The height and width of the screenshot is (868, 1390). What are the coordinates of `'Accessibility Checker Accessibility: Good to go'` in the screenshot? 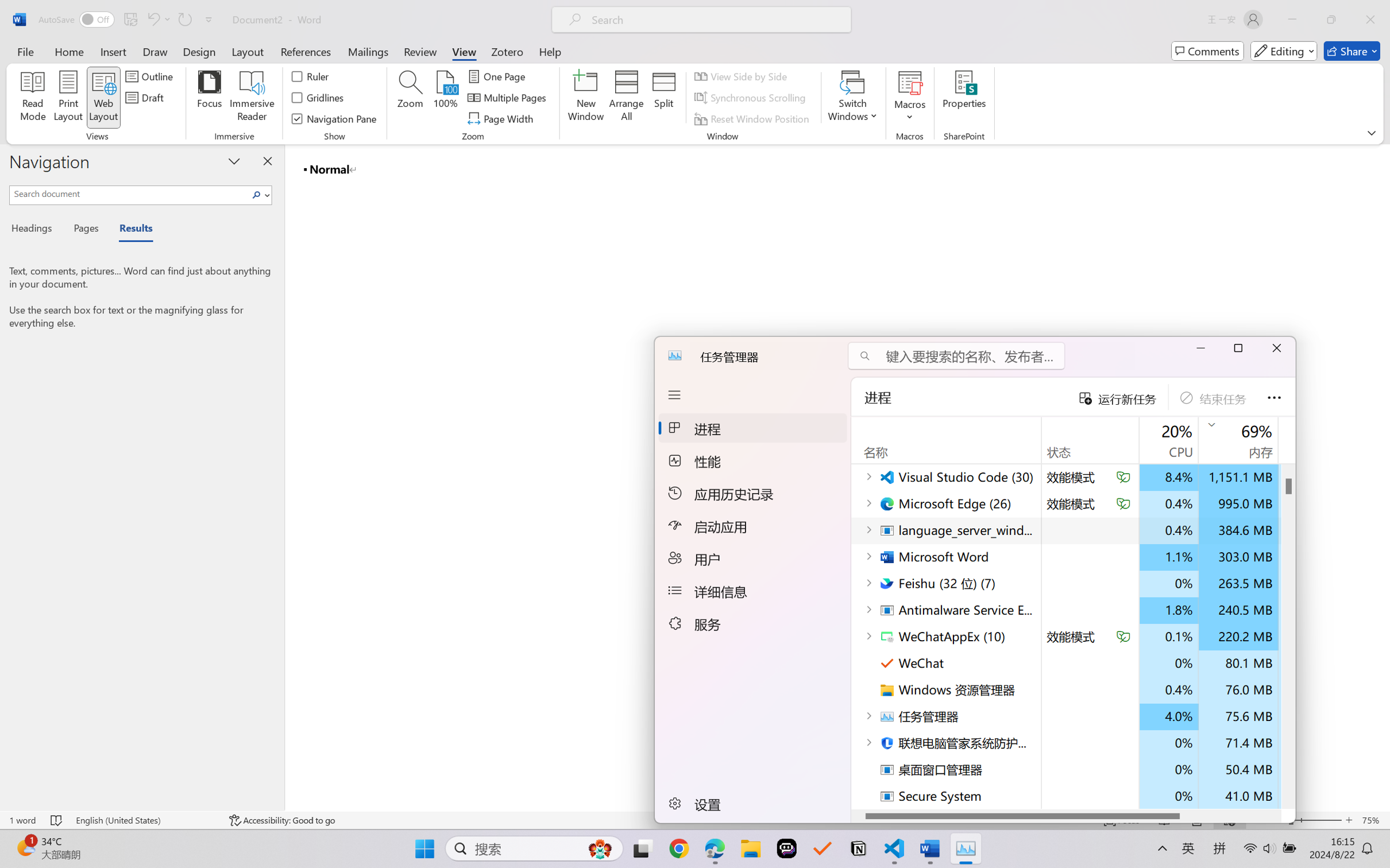 It's located at (282, 820).